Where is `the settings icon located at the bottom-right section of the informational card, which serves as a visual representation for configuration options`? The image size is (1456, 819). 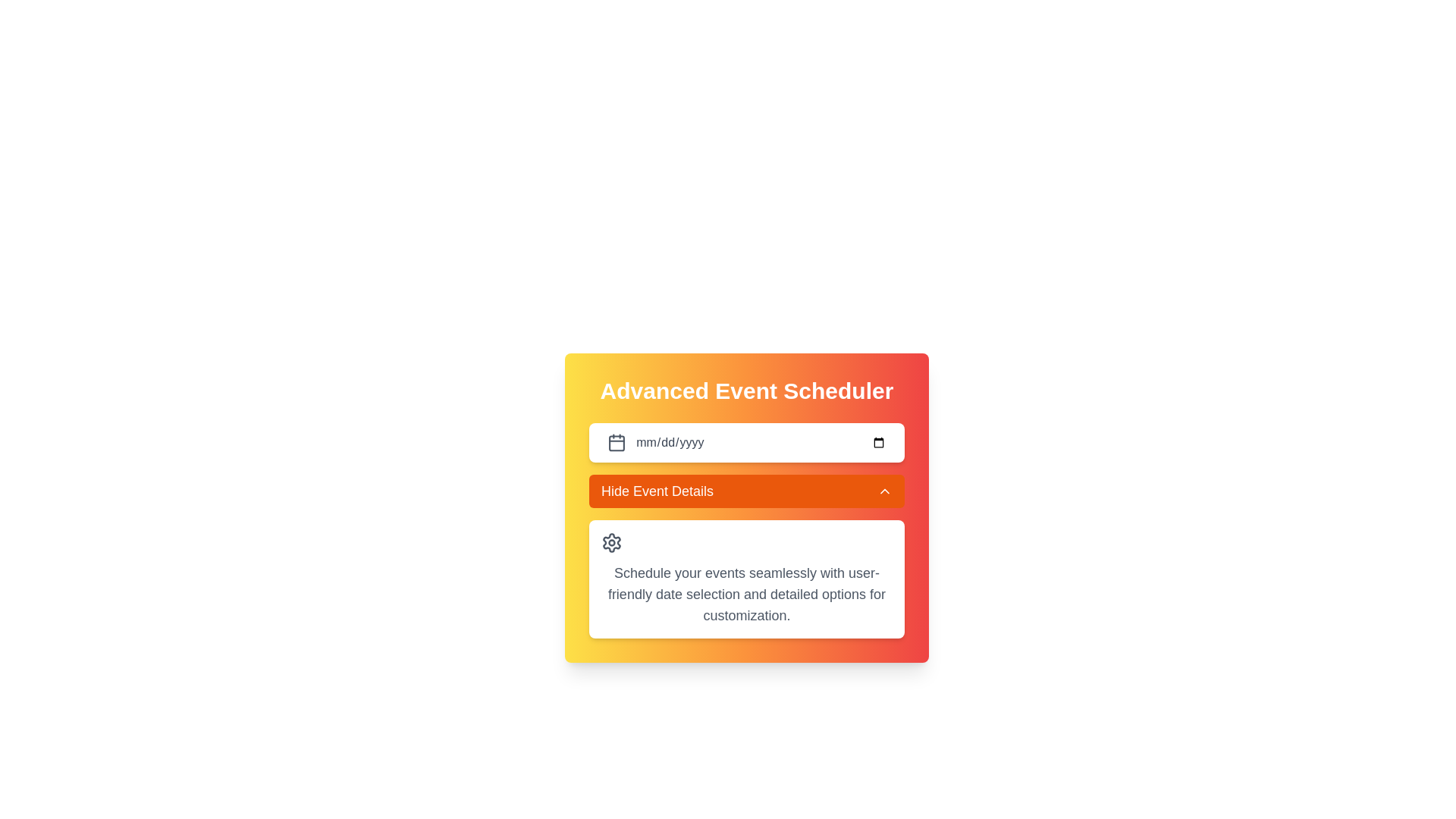
the settings icon located at the bottom-right section of the informational card, which serves as a visual representation for configuration options is located at coordinates (611, 542).